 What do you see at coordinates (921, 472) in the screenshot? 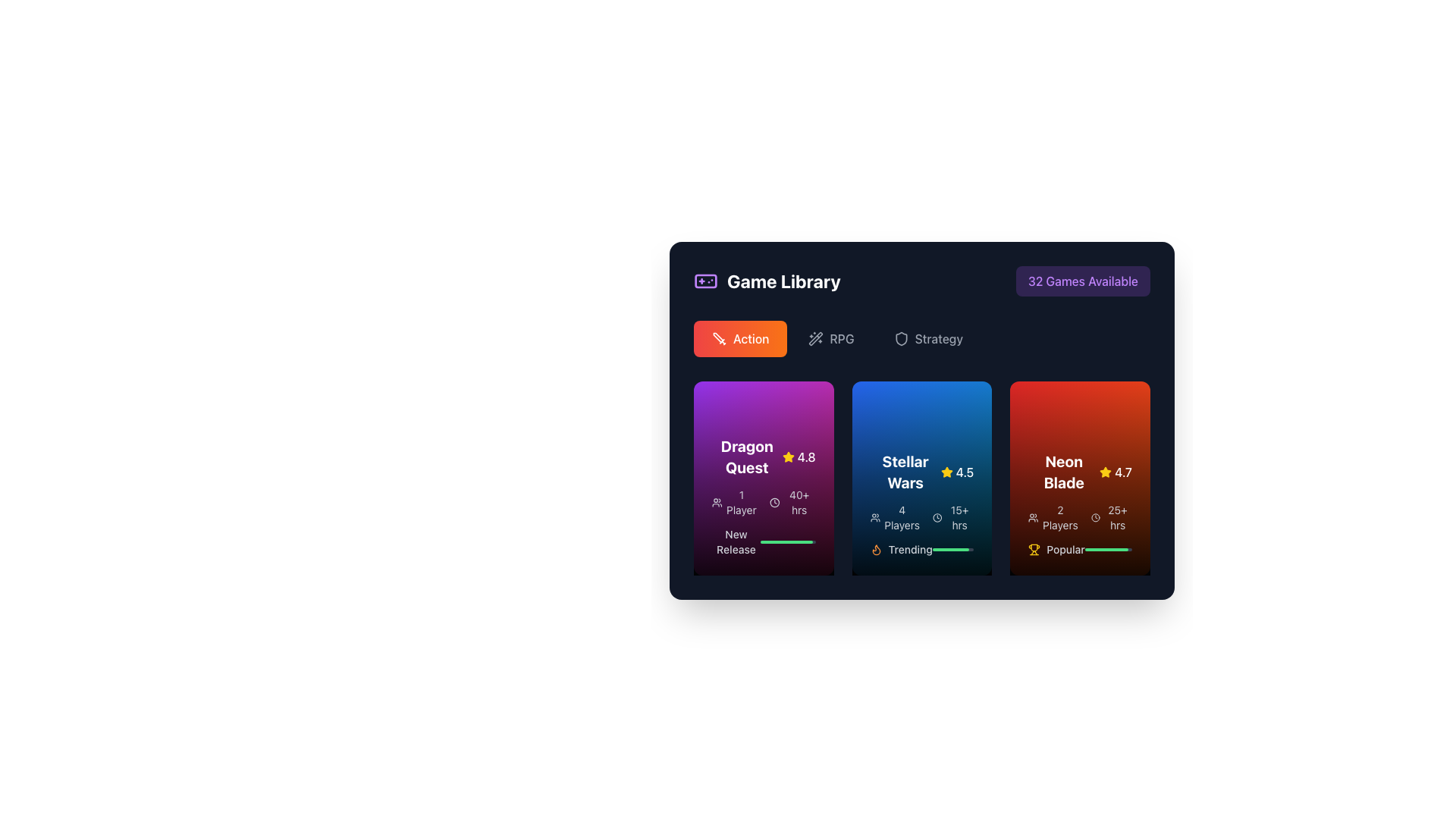
I see `the 'Stellar Wars' Text and Icon Group element, which features a bold title and a yellow star rating, located centrally within the blue card in the second column of the game library grid` at bounding box center [921, 472].